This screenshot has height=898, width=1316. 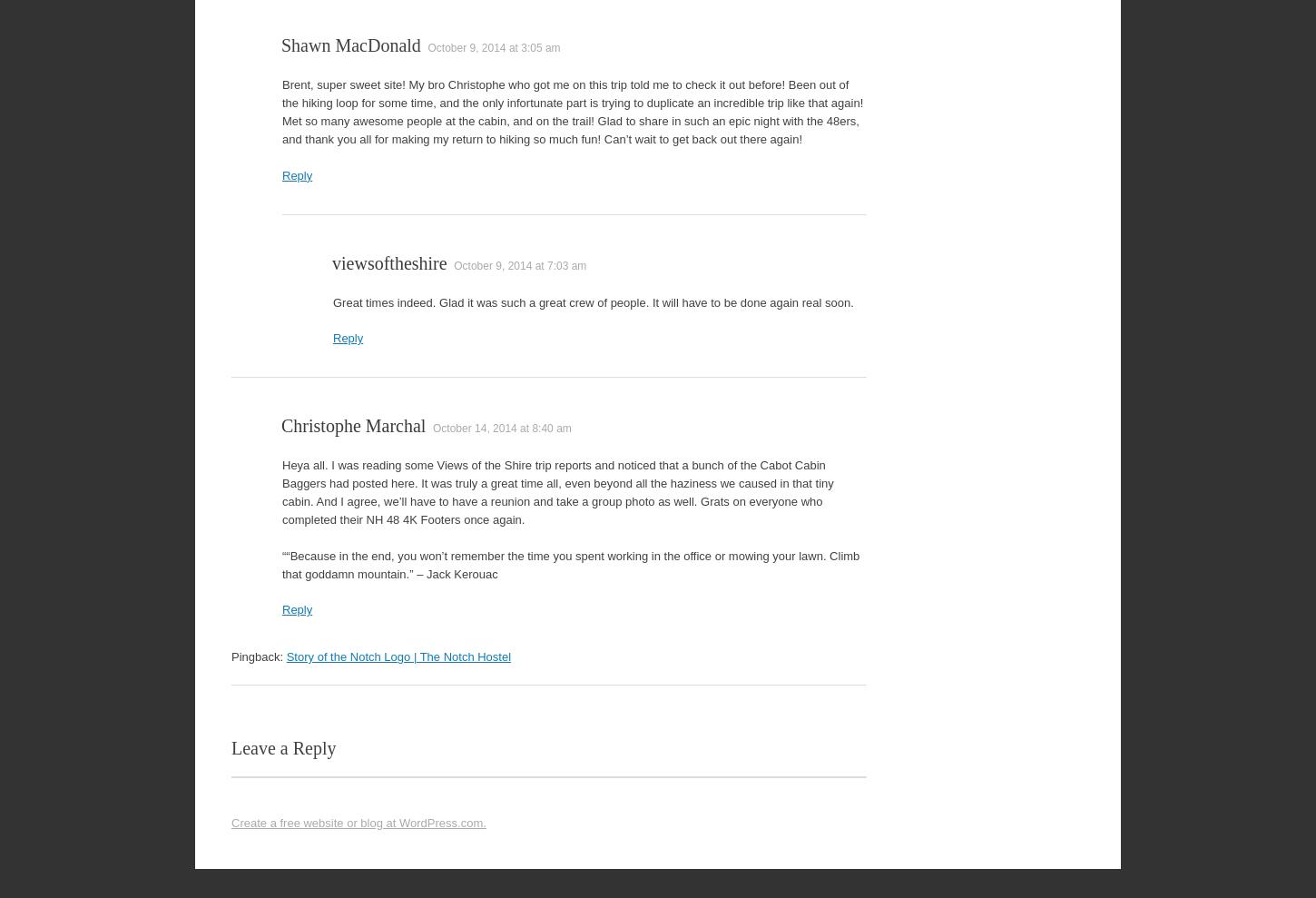 What do you see at coordinates (283, 746) in the screenshot?
I see `'Leave a Reply'` at bounding box center [283, 746].